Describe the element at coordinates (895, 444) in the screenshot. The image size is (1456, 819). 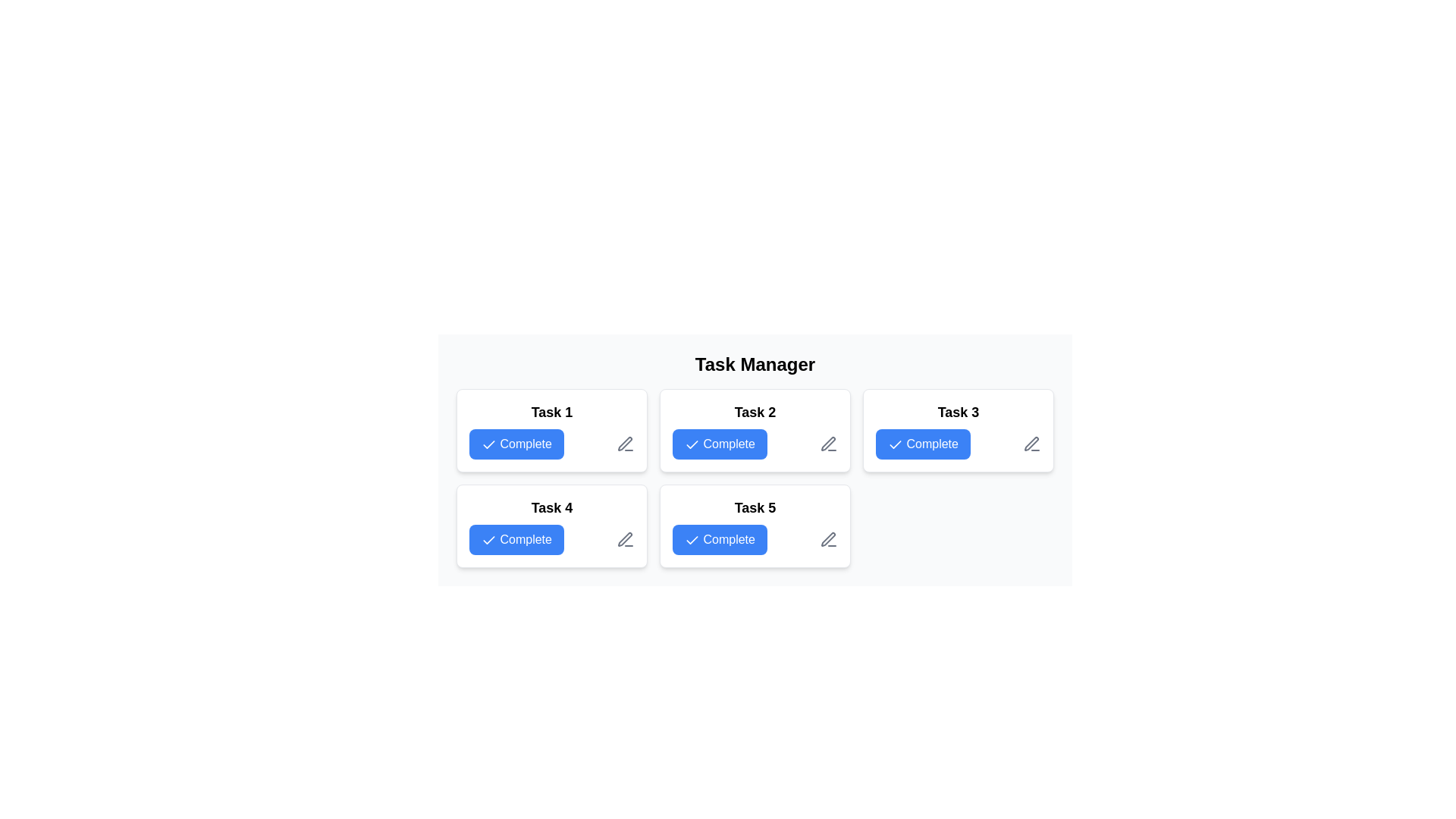
I see `the checkmark icon within the blue 'Complete' button located in the 'Task 3' card on the third column of the top row` at that location.